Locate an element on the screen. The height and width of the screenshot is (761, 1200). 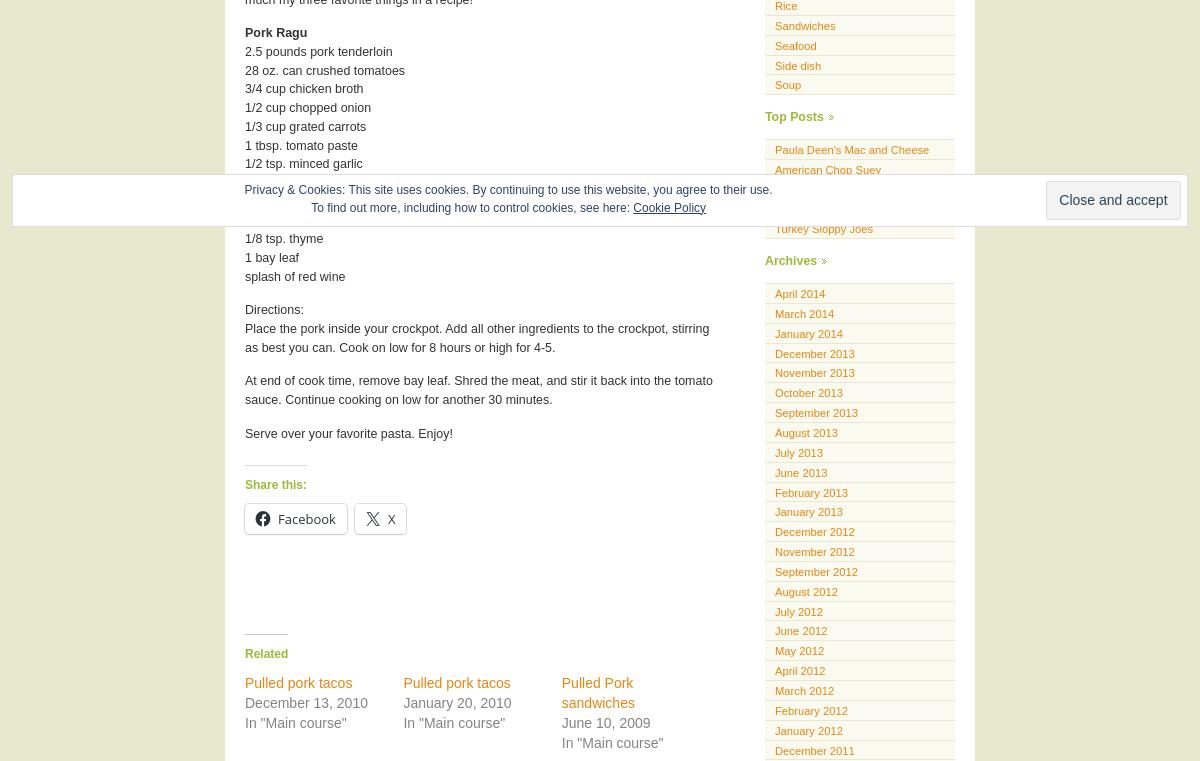
'Rice' is located at coordinates (785, 5).